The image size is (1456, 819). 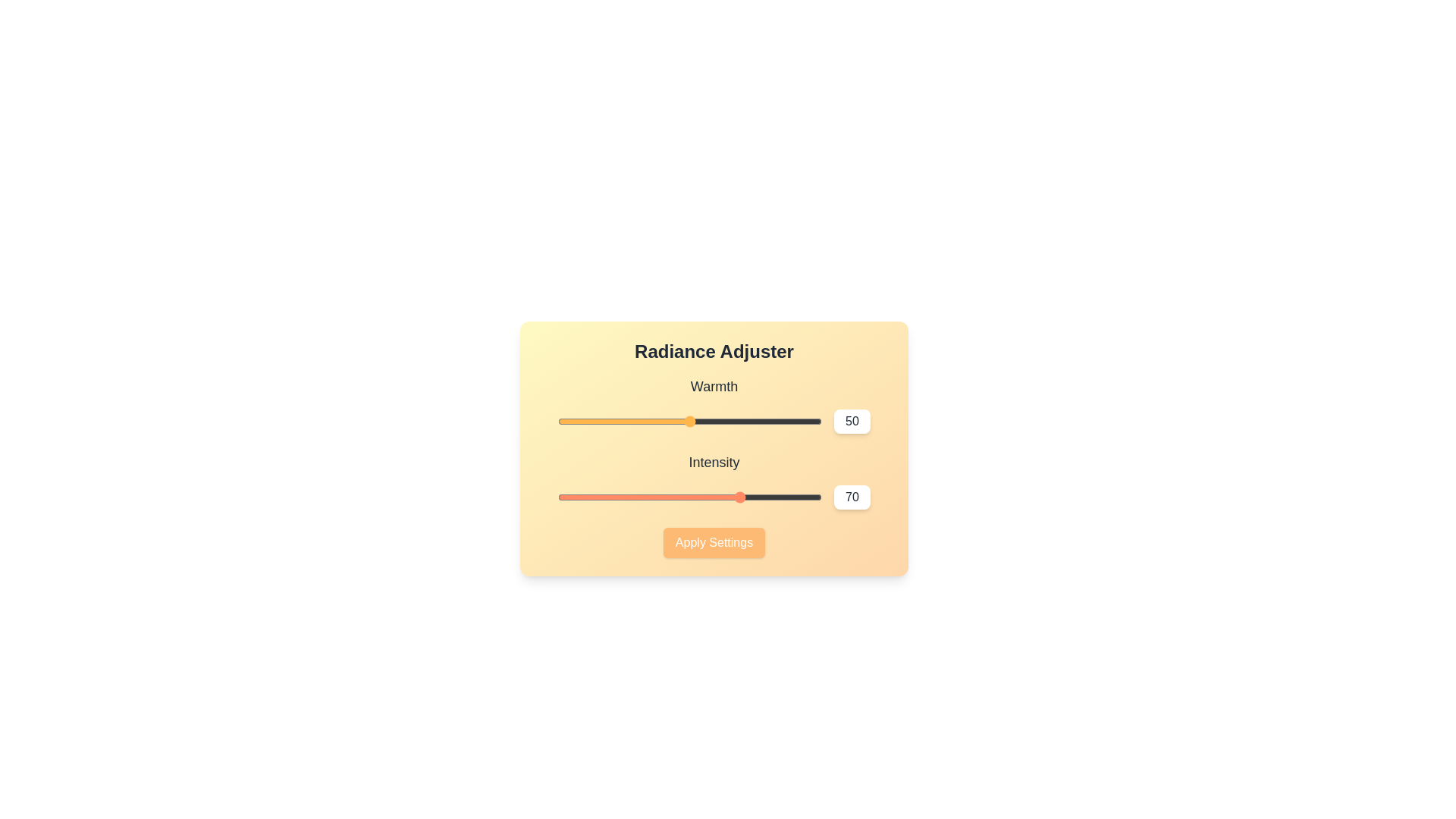 What do you see at coordinates (583, 421) in the screenshot?
I see `the 'Warmth' slider to 10` at bounding box center [583, 421].